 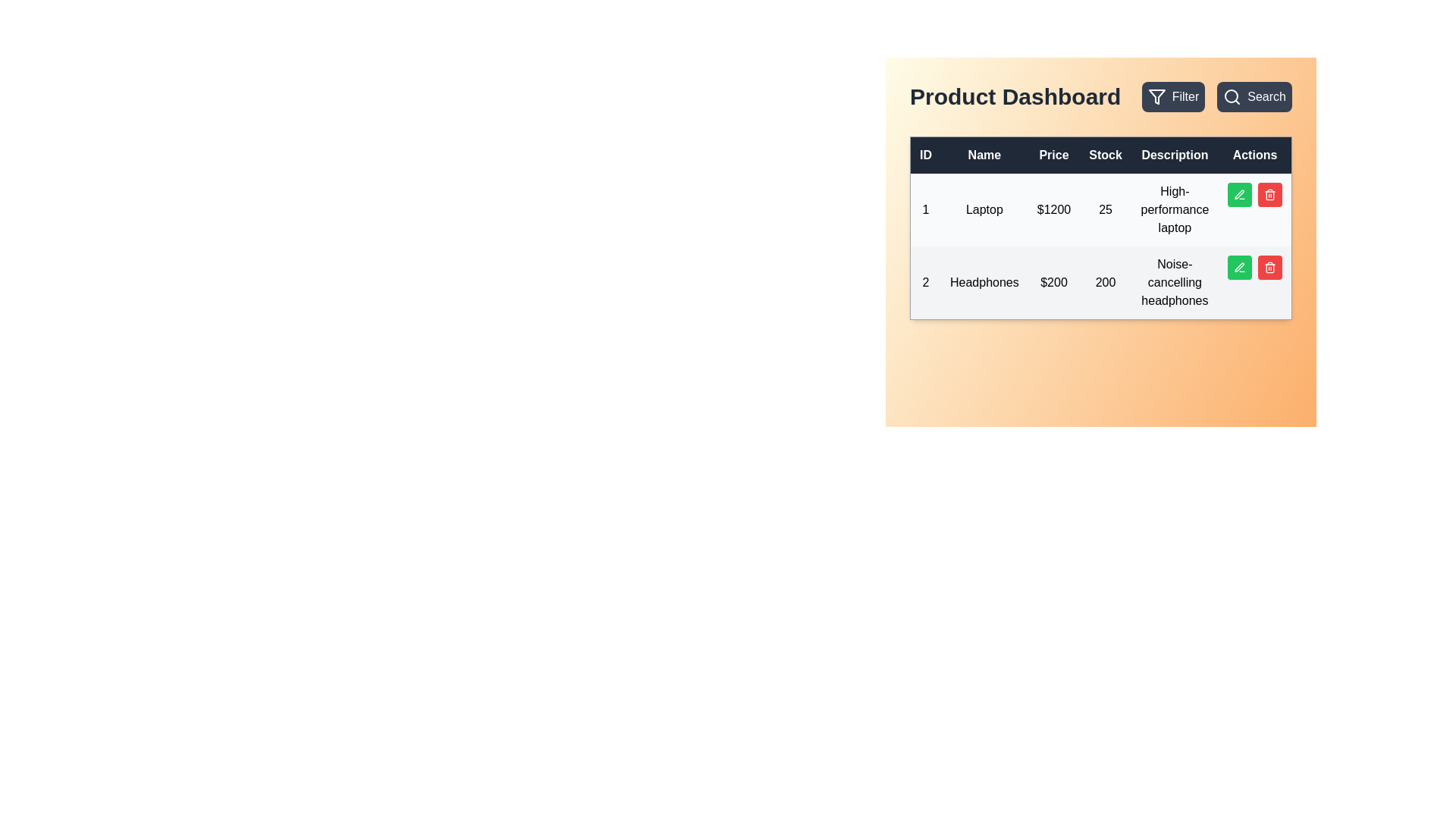 What do you see at coordinates (1270, 268) in the screenshot?
I see `the trash can icon located` at bounding box center [1270, 268].